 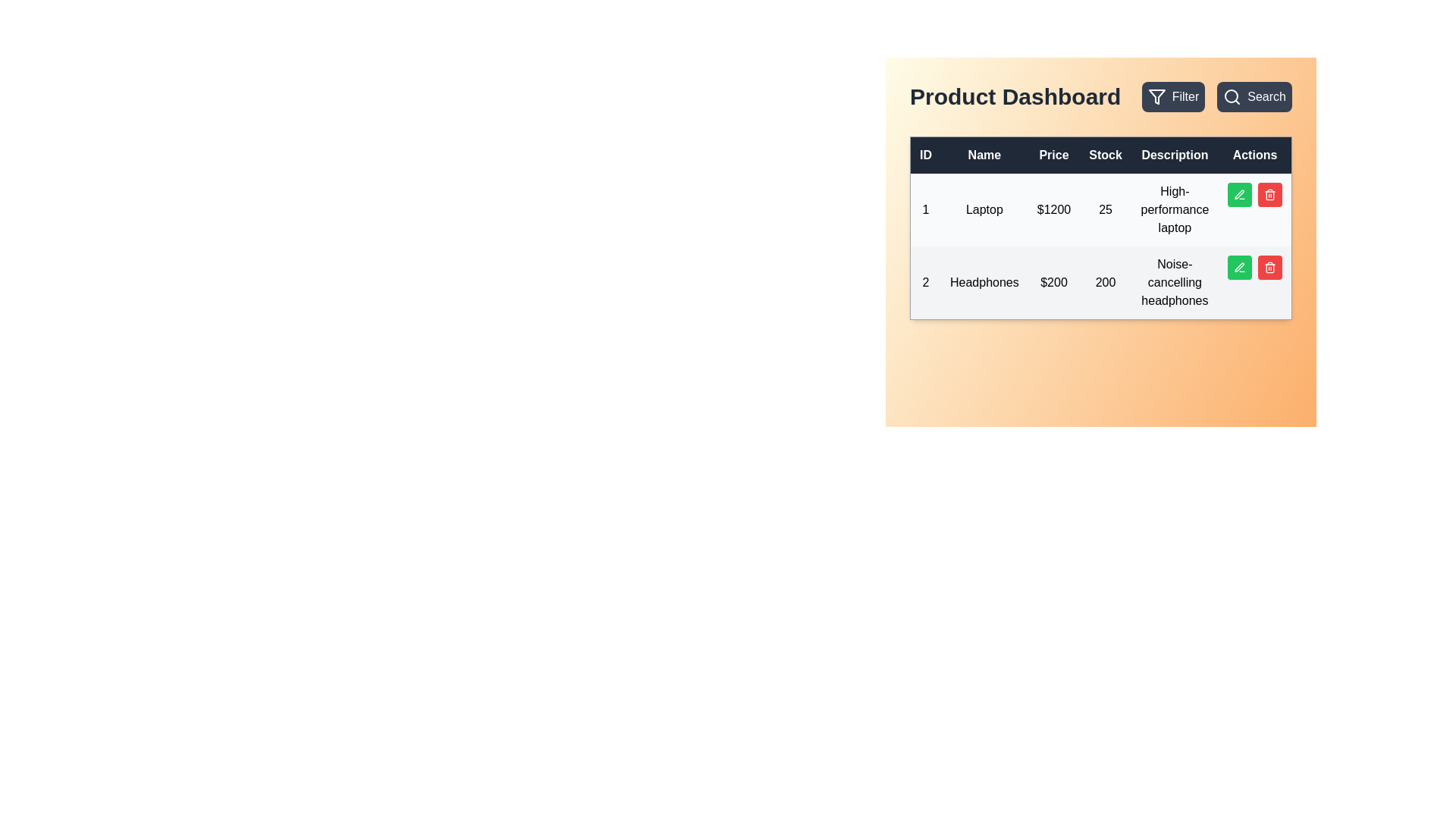 What do you see at coordinates (1270, 268) in the screenshot?
I see `the trash can icon located` at bounding box center [1270, 268].